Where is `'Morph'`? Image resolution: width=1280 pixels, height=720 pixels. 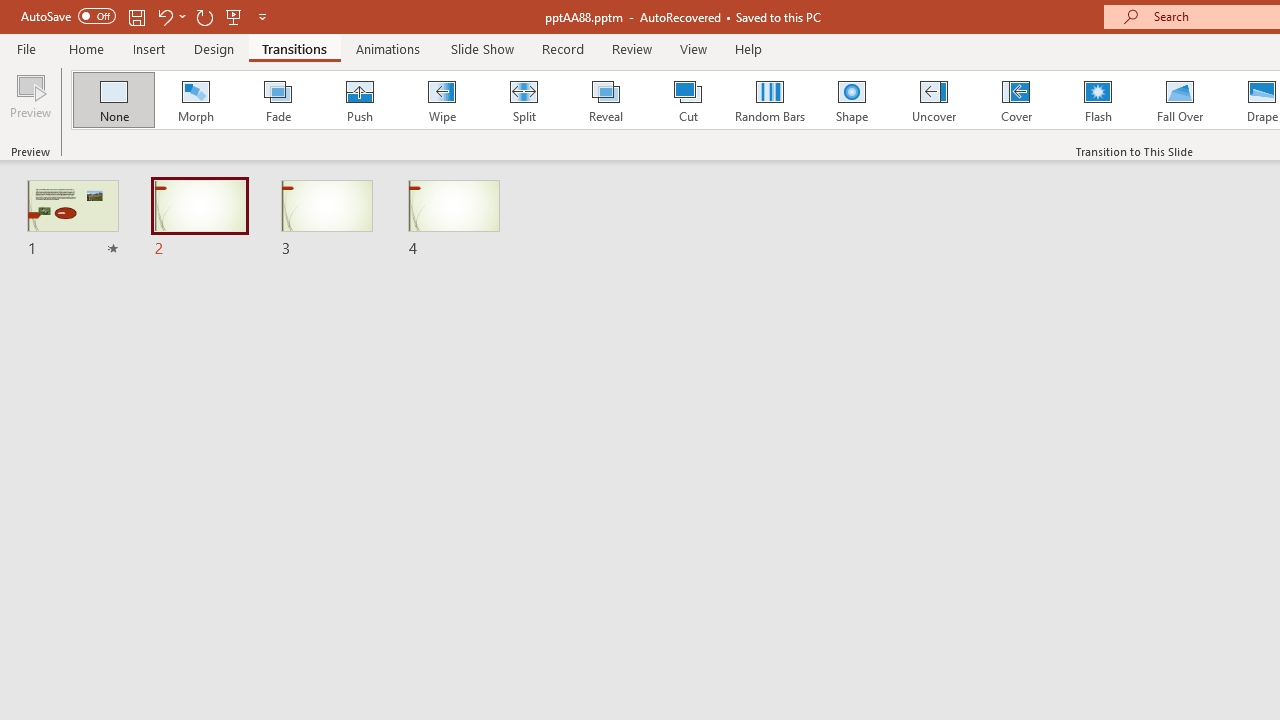
'Morph' is located at coordinates (195, 100).